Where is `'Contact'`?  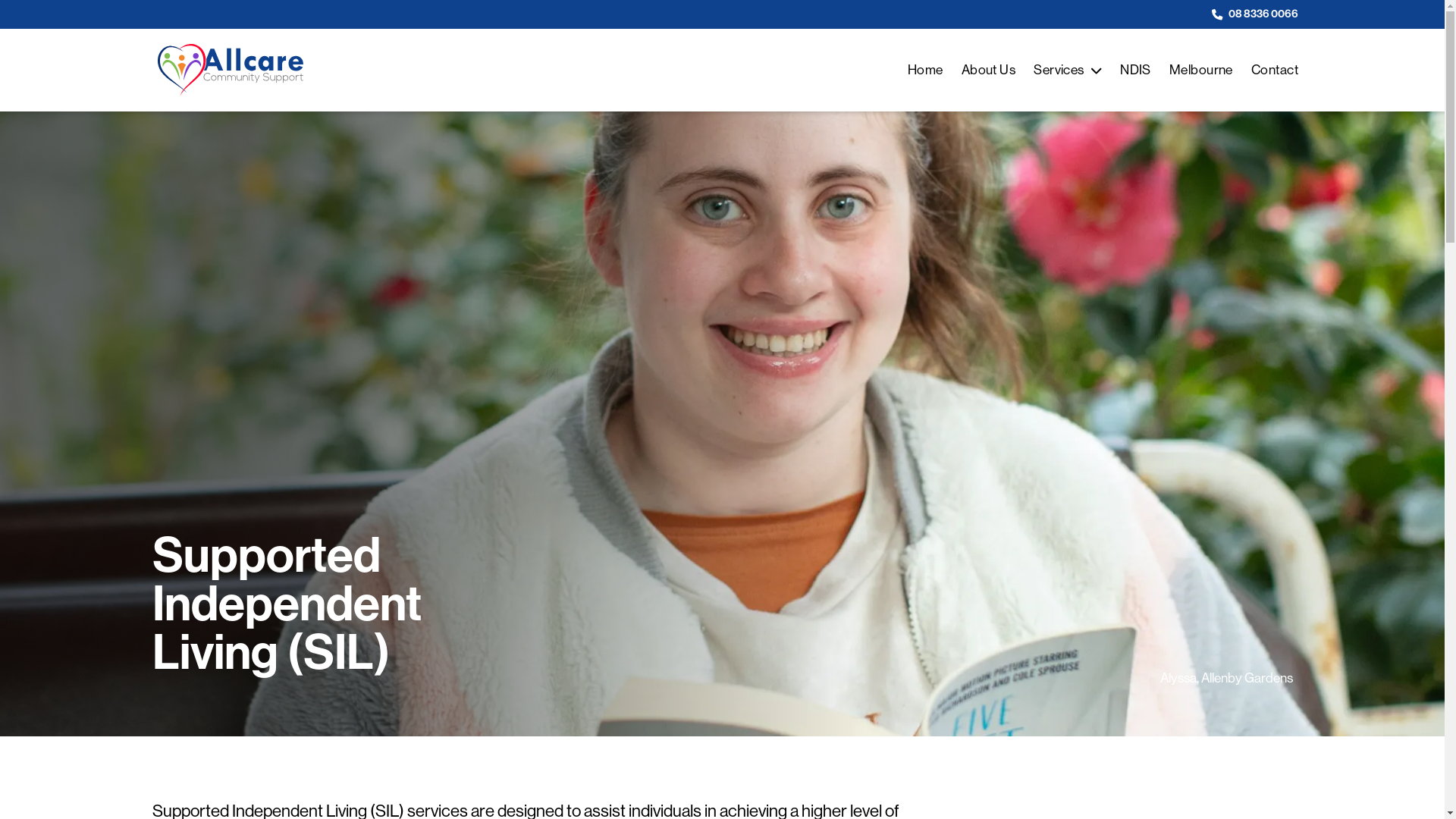 'Contact' is located at coordinates (1274, 70).